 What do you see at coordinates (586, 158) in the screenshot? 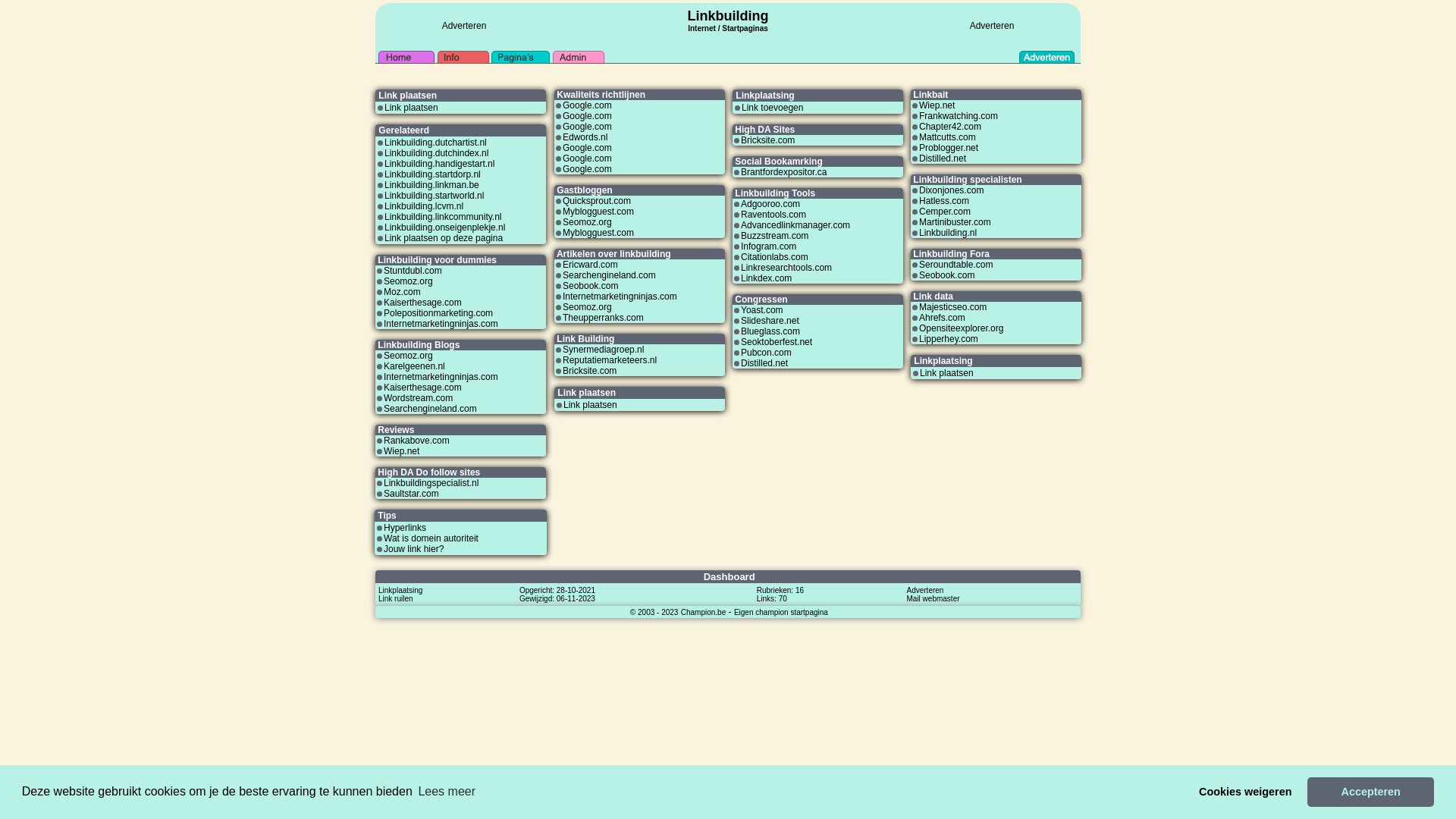
I see `'Google.com'` at bounding box center [586, 158].